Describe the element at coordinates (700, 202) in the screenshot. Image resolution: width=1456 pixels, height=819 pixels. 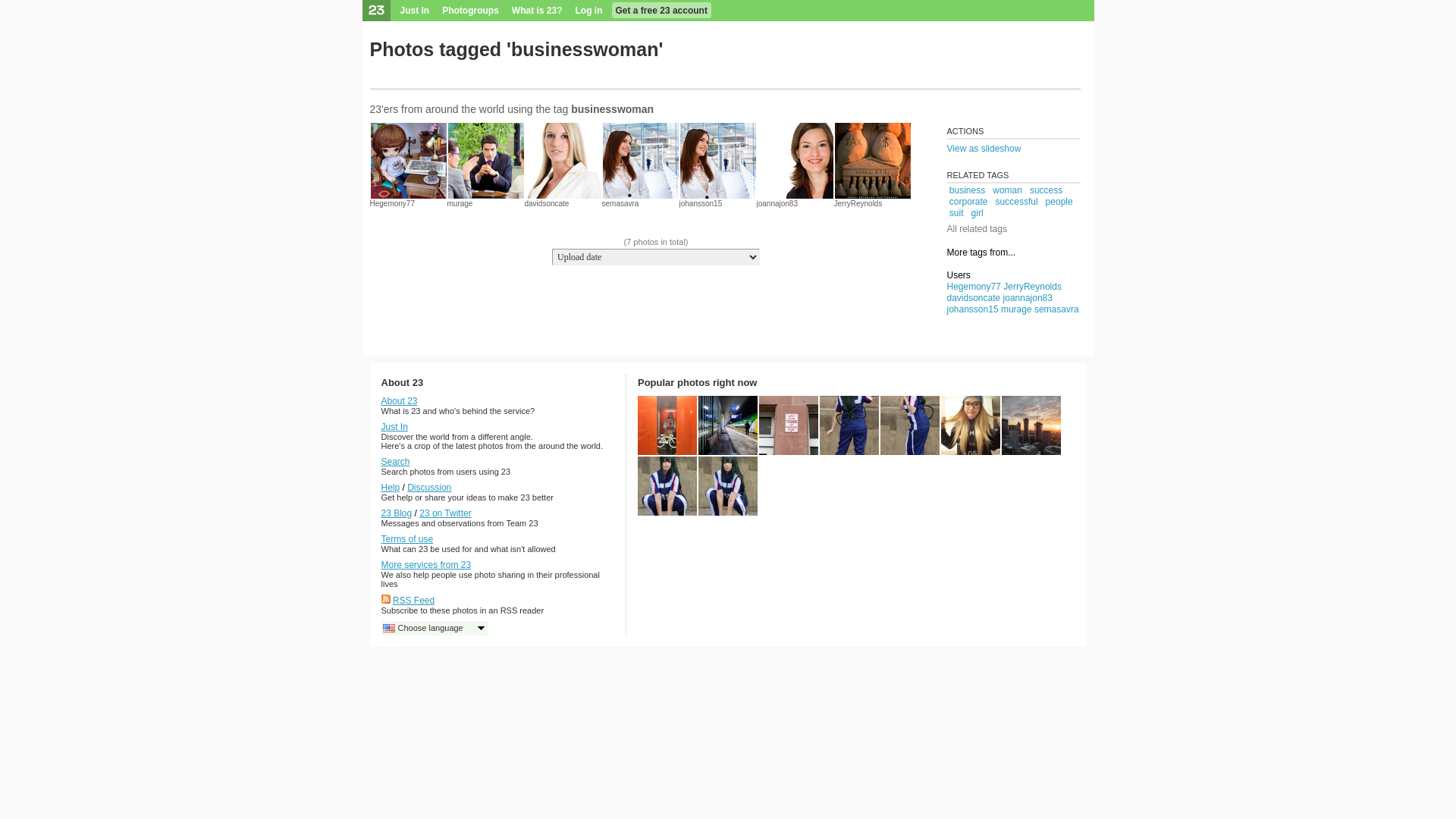
I see `'johansson15'` at that location.